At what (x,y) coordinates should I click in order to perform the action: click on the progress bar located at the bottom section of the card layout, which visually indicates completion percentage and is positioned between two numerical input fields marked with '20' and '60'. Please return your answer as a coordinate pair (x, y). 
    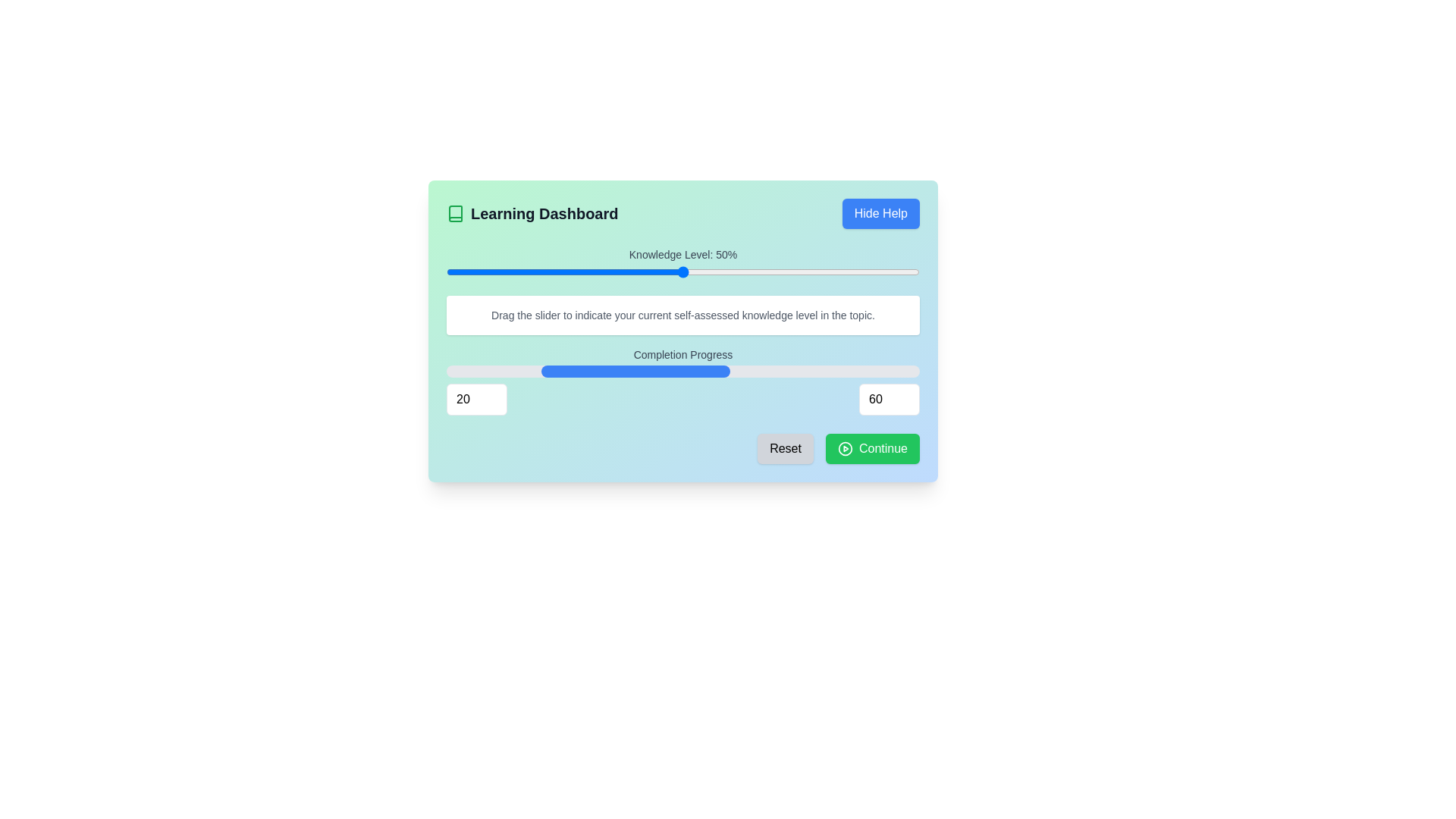
    Looking at the image, I should click on (682, 371).